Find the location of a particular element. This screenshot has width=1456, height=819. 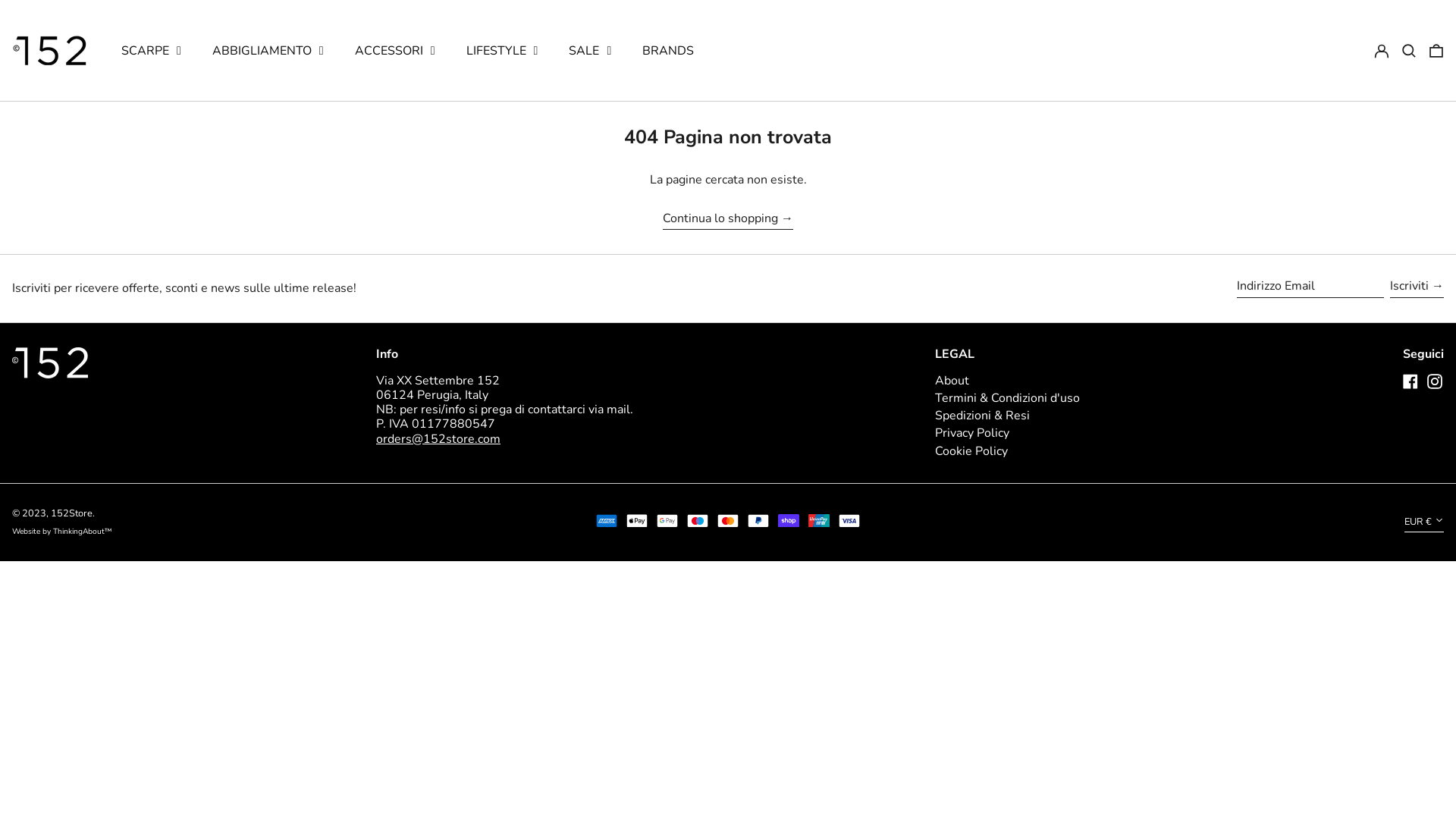

'About' is located at coordinates (951, 379).